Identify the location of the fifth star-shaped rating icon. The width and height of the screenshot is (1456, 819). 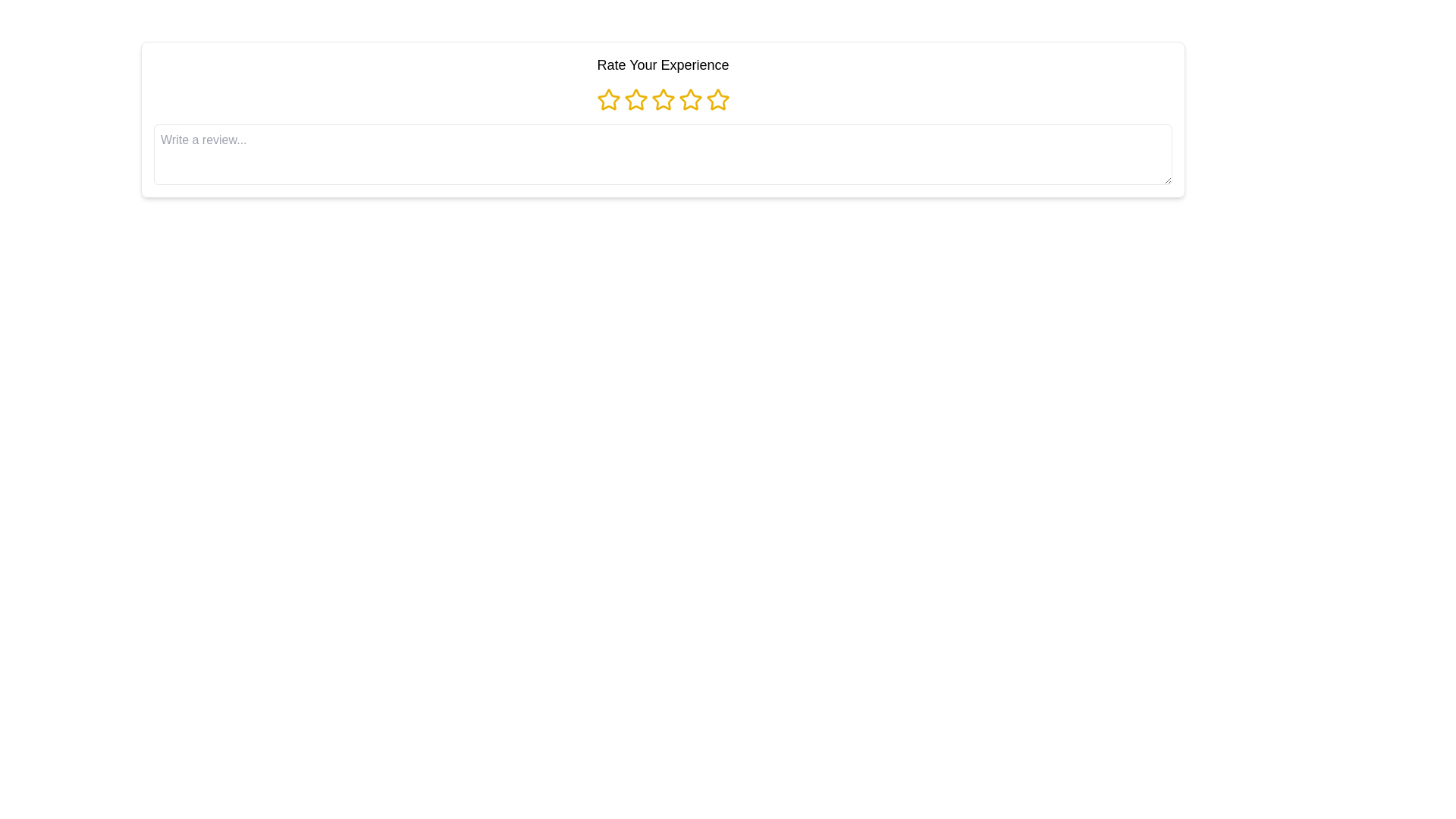
(716, 99).